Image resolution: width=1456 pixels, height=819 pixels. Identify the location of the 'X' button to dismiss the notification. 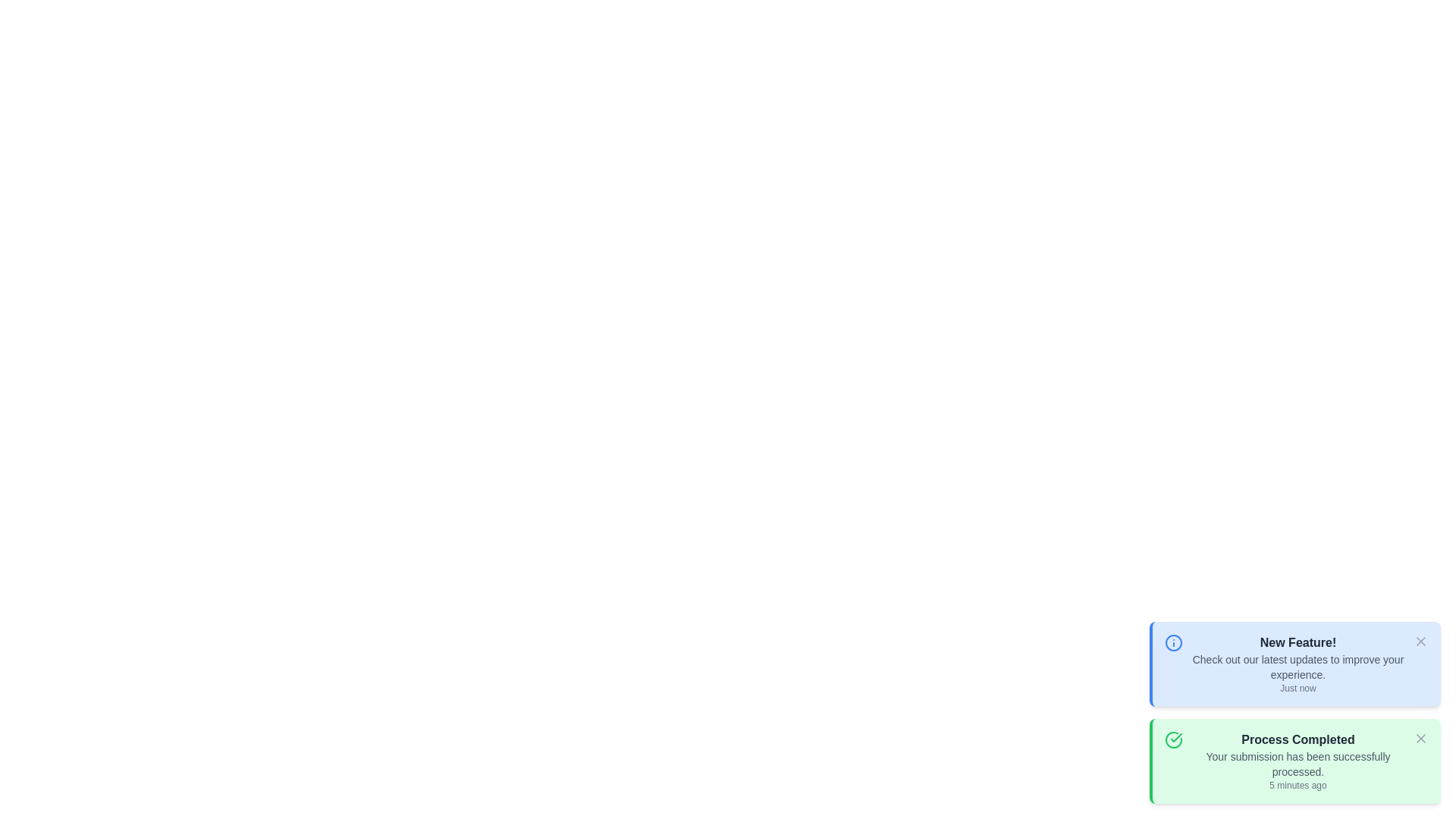
(1420, 641).